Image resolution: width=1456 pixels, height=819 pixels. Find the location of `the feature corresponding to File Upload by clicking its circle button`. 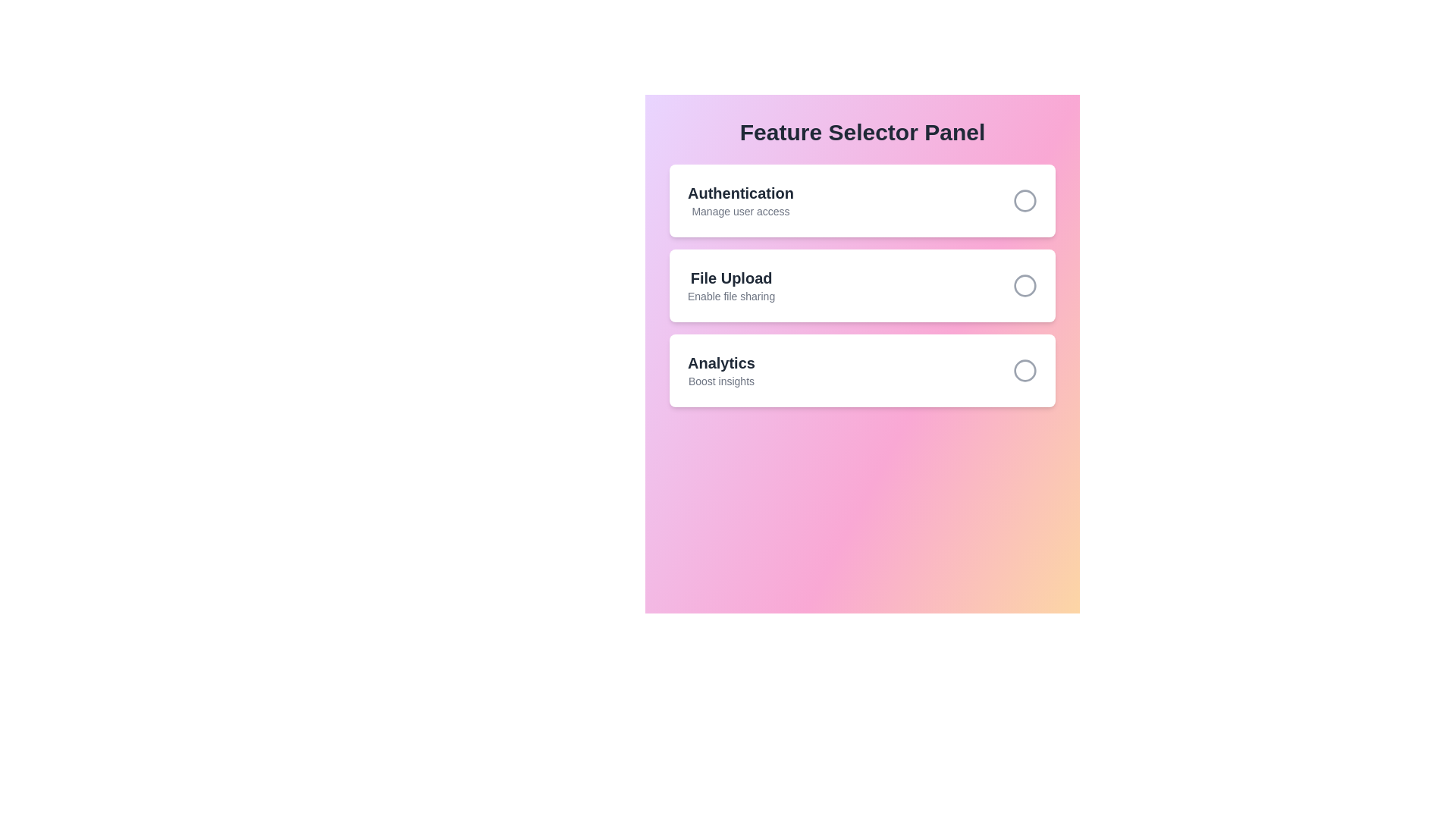

the feature corresponding to File Upload by clicking its circle button is located at coordinates (1025, 286).